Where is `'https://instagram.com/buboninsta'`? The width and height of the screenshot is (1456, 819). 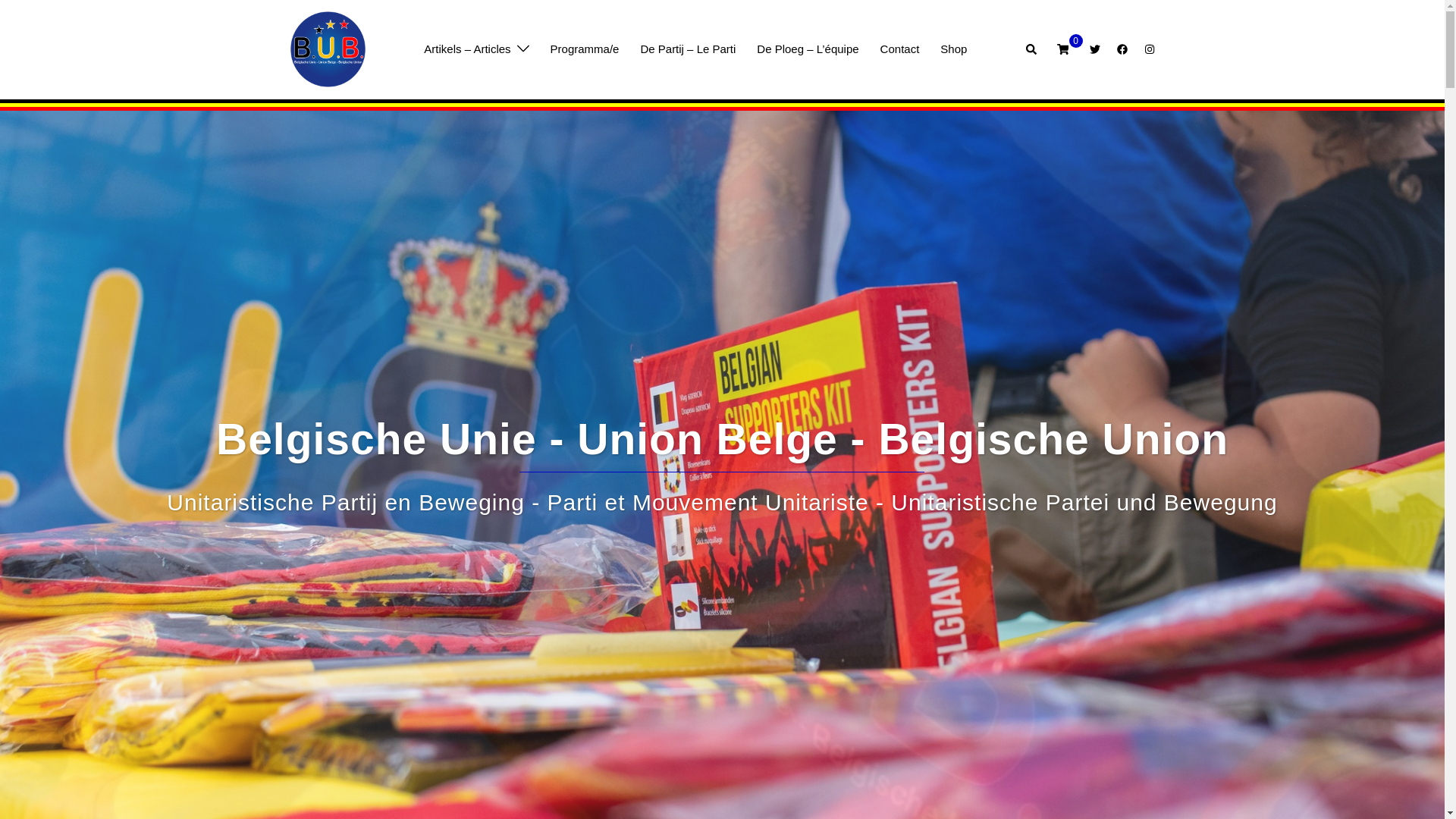
'https://instagram.com/buboninsta' is located at coordinates (1147, 47).